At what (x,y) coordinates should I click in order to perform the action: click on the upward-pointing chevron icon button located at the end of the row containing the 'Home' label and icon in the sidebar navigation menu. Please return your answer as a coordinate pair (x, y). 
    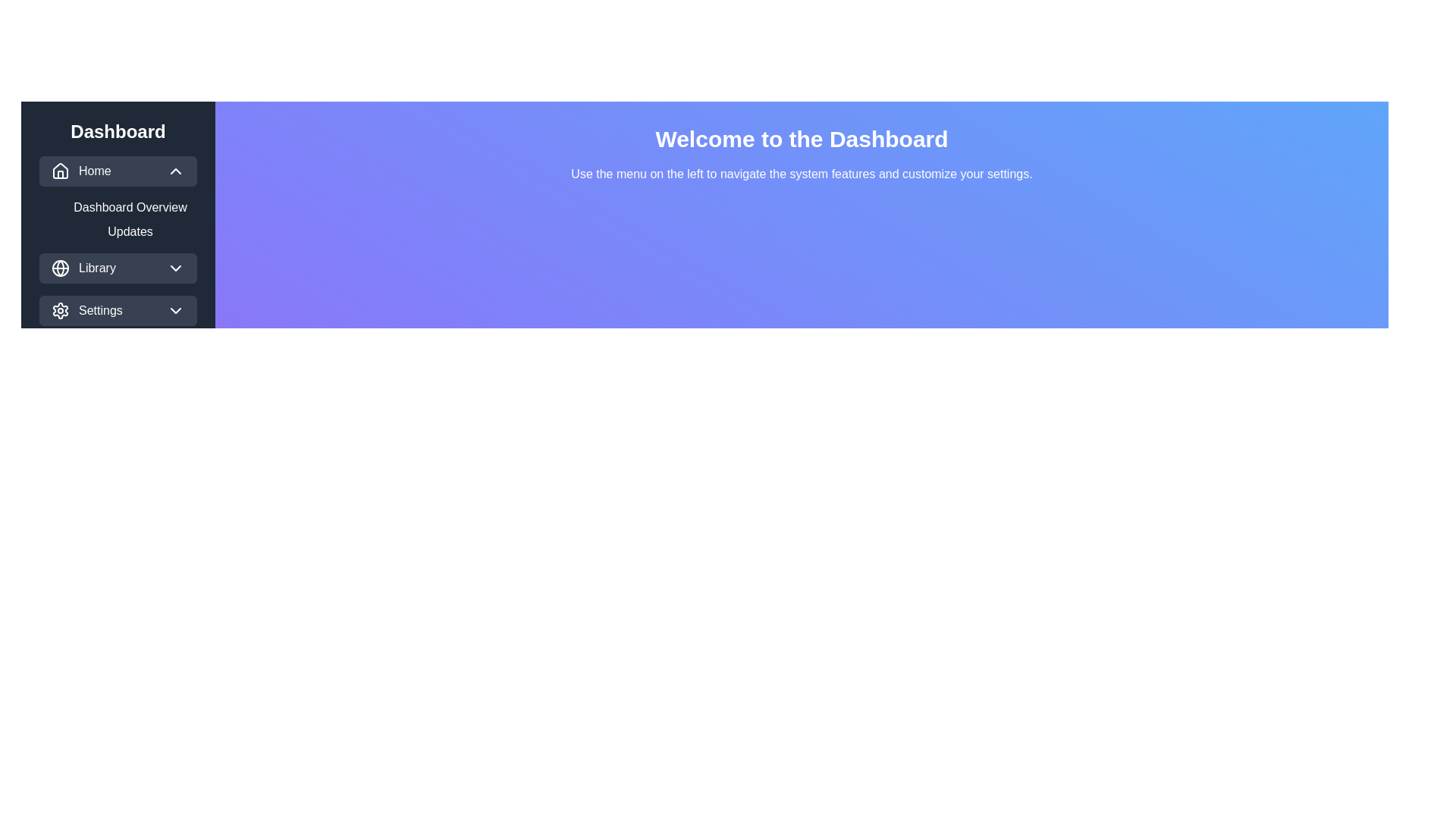
    Looking at the image, I should click on (175, 171).